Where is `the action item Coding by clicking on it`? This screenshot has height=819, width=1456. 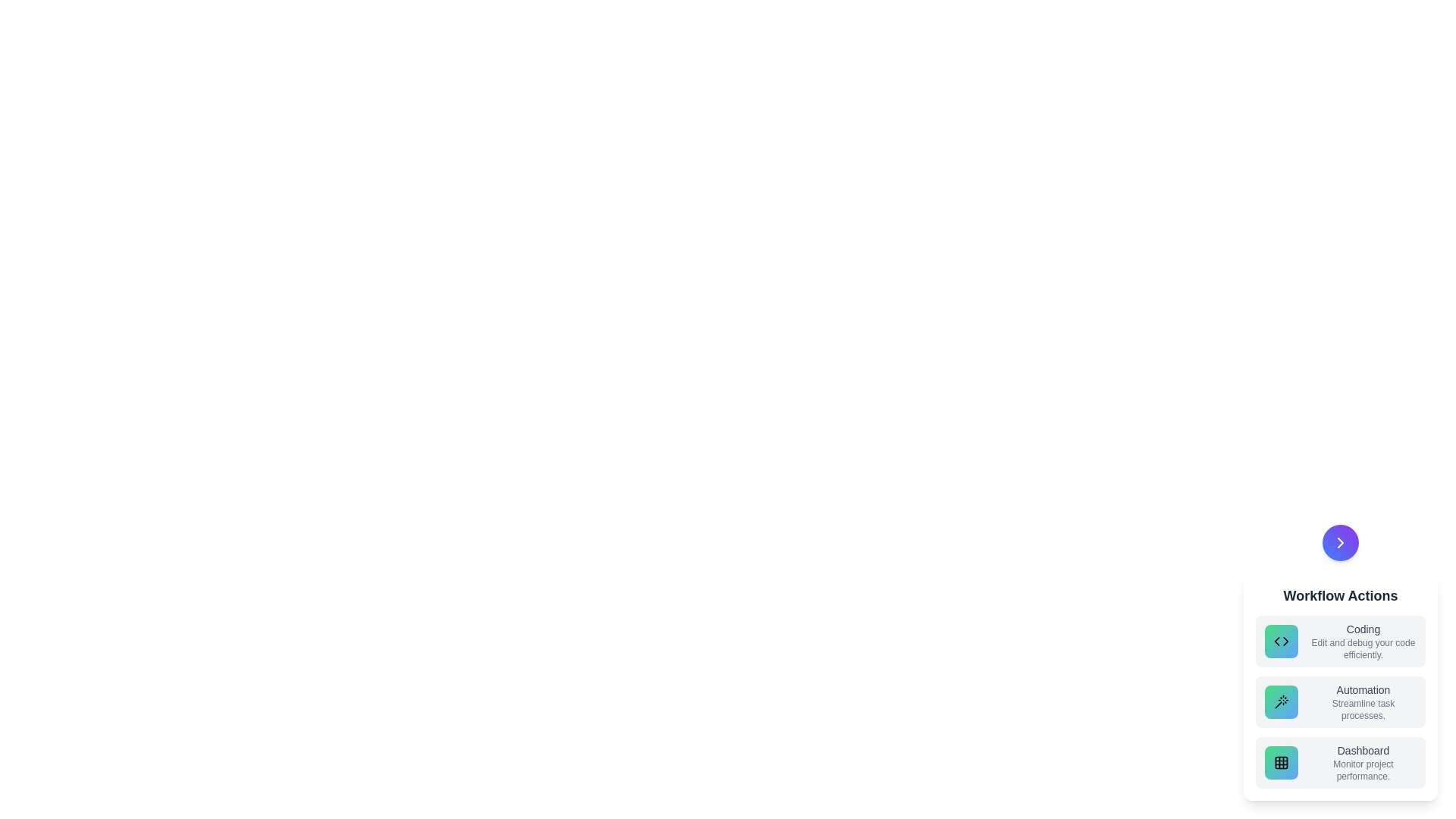
the action item Coding by clicking on it is located at coordinates (1340, 641).